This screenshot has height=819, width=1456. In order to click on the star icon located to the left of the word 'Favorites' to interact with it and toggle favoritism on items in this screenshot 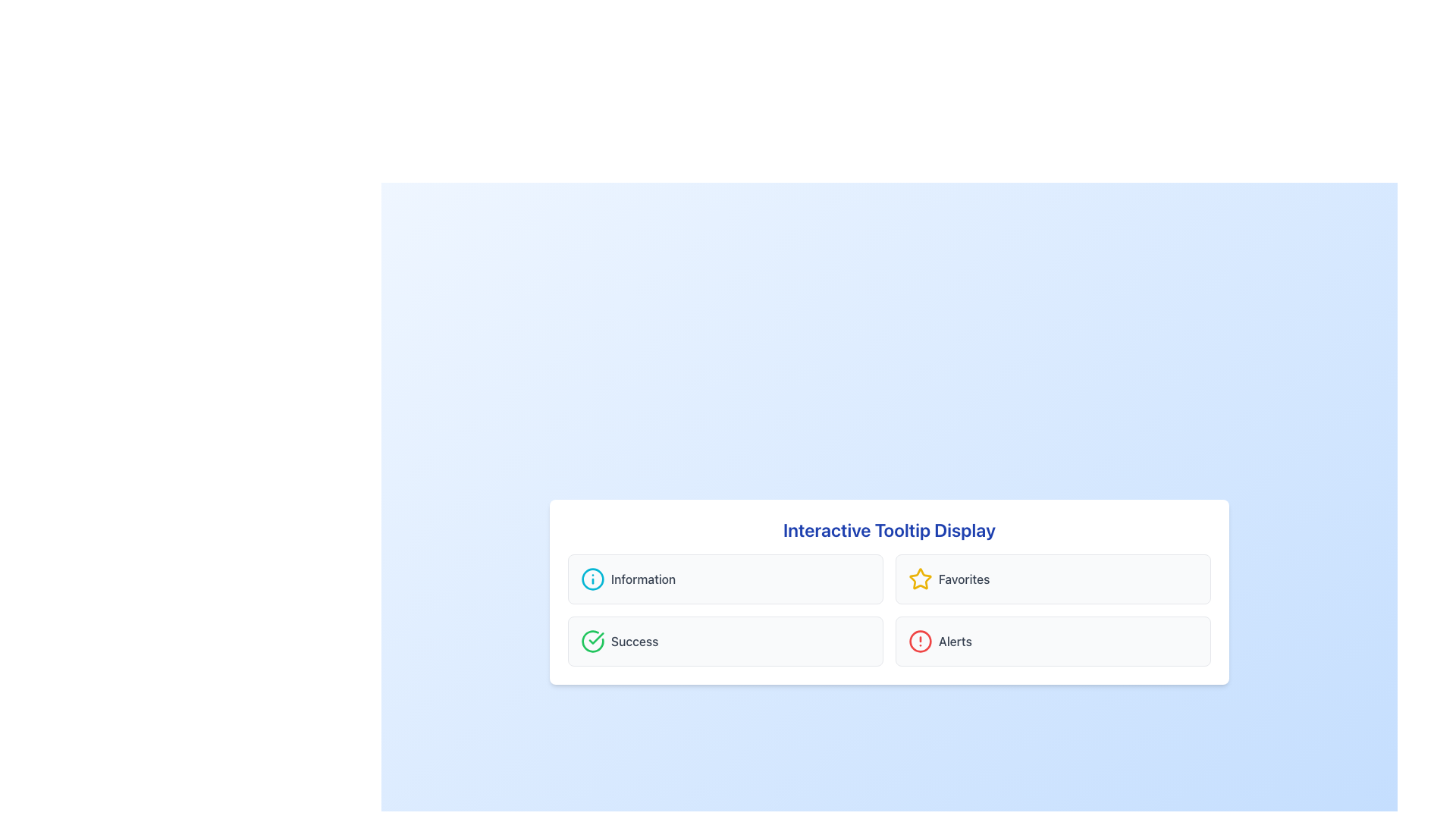, I will do `click(920, 579)`.